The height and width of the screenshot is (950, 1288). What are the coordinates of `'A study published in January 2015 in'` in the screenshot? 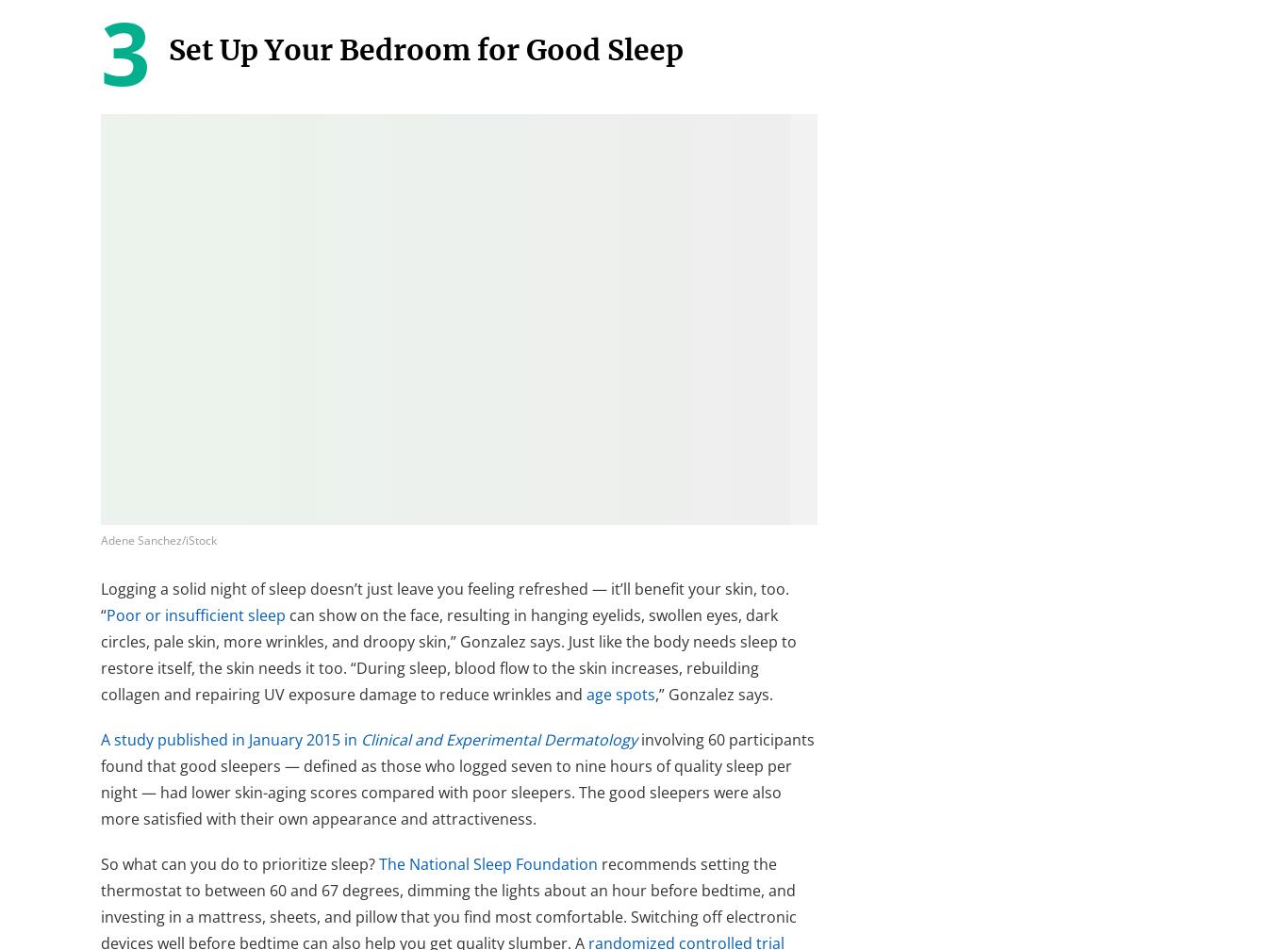 It's located at (231, 739).